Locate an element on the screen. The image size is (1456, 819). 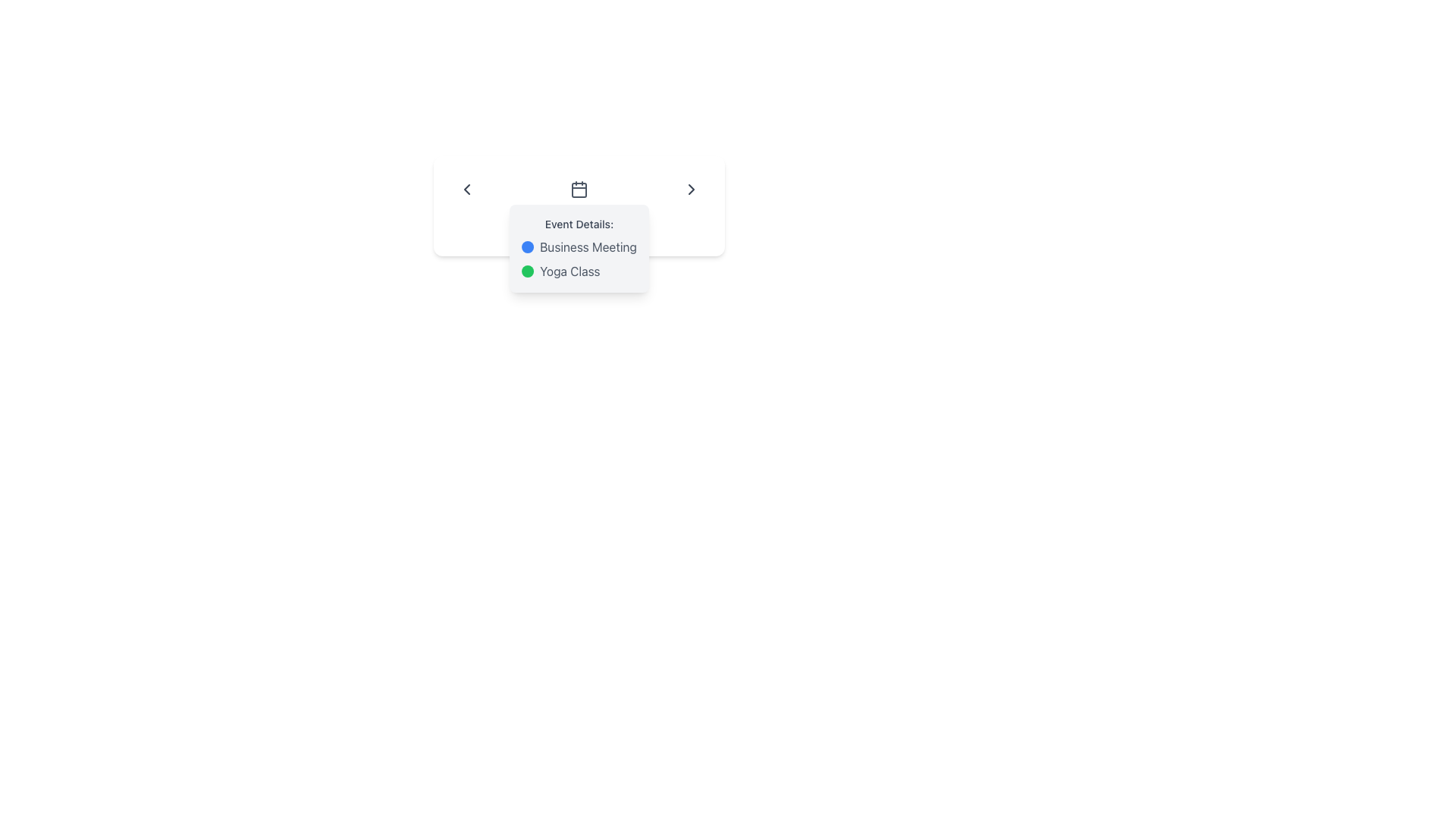
the 'Yoga Class' label with a green circular icon to its left, which is the second item in a list of events is located at coordinates (578, 271).